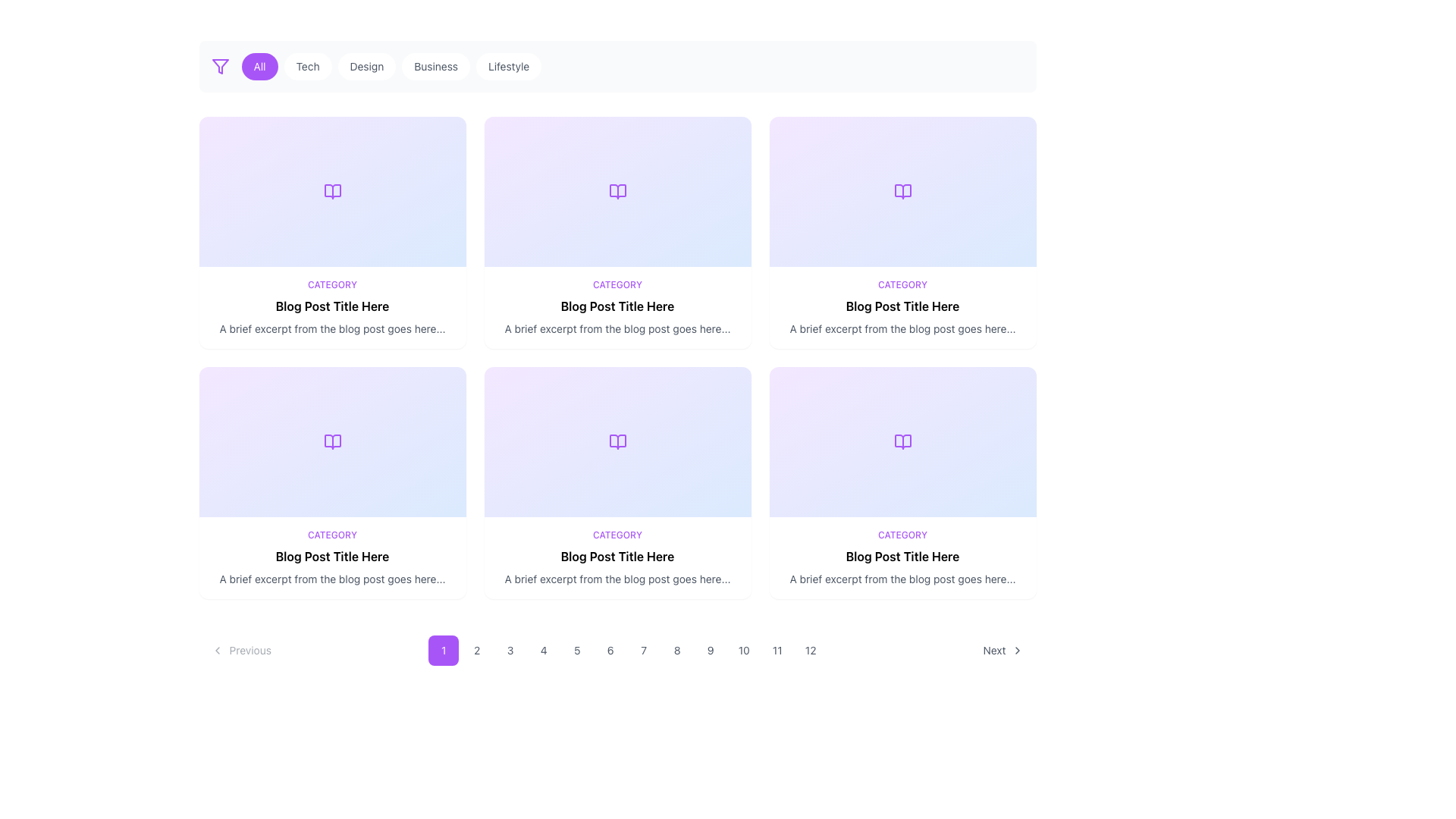  I want to click on the circular button displaying the text '3', so click(510, 649).